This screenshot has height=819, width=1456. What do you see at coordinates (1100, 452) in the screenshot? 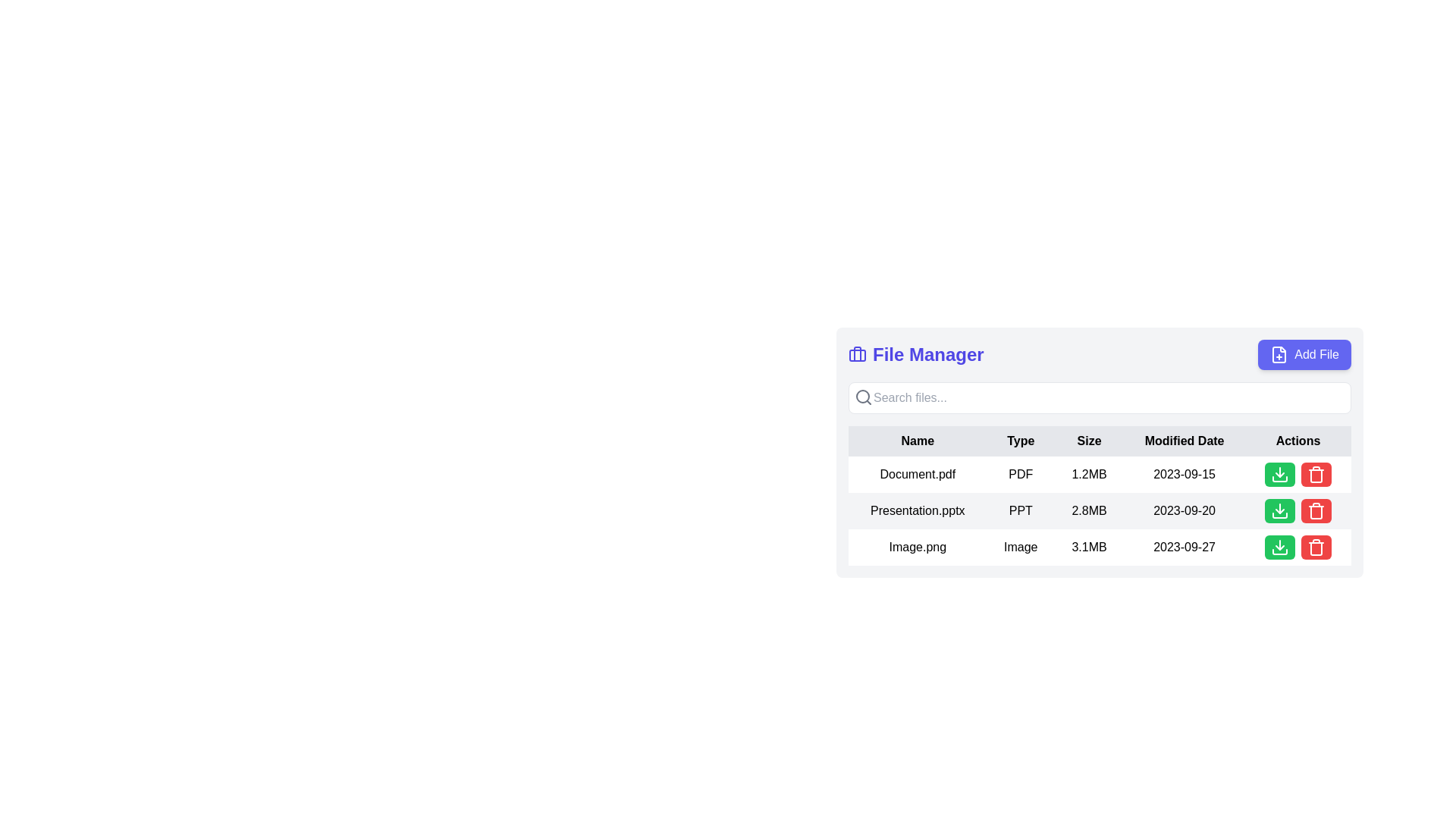
I see `the column headers of the Structured Table View in the File Manager` at bounding box center [1100, 452].